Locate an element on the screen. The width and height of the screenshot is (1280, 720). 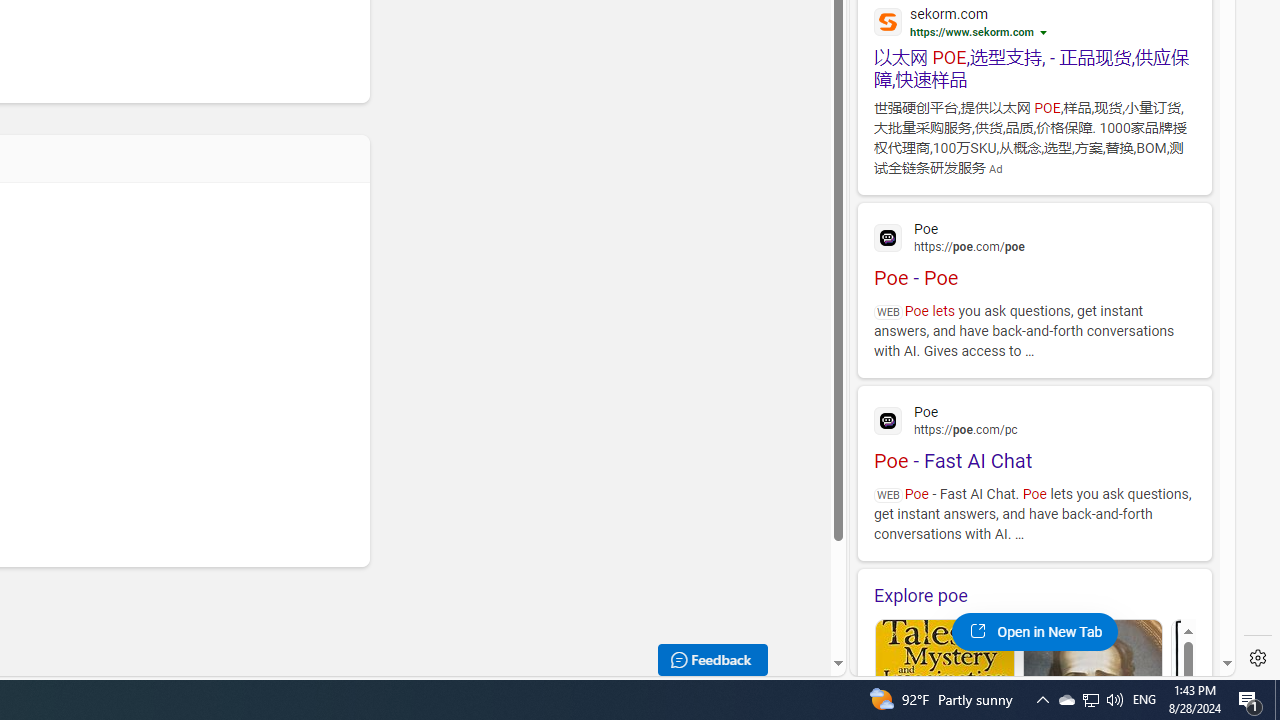
'https://www.sekorm.com' is located at coordinates (972, 32).